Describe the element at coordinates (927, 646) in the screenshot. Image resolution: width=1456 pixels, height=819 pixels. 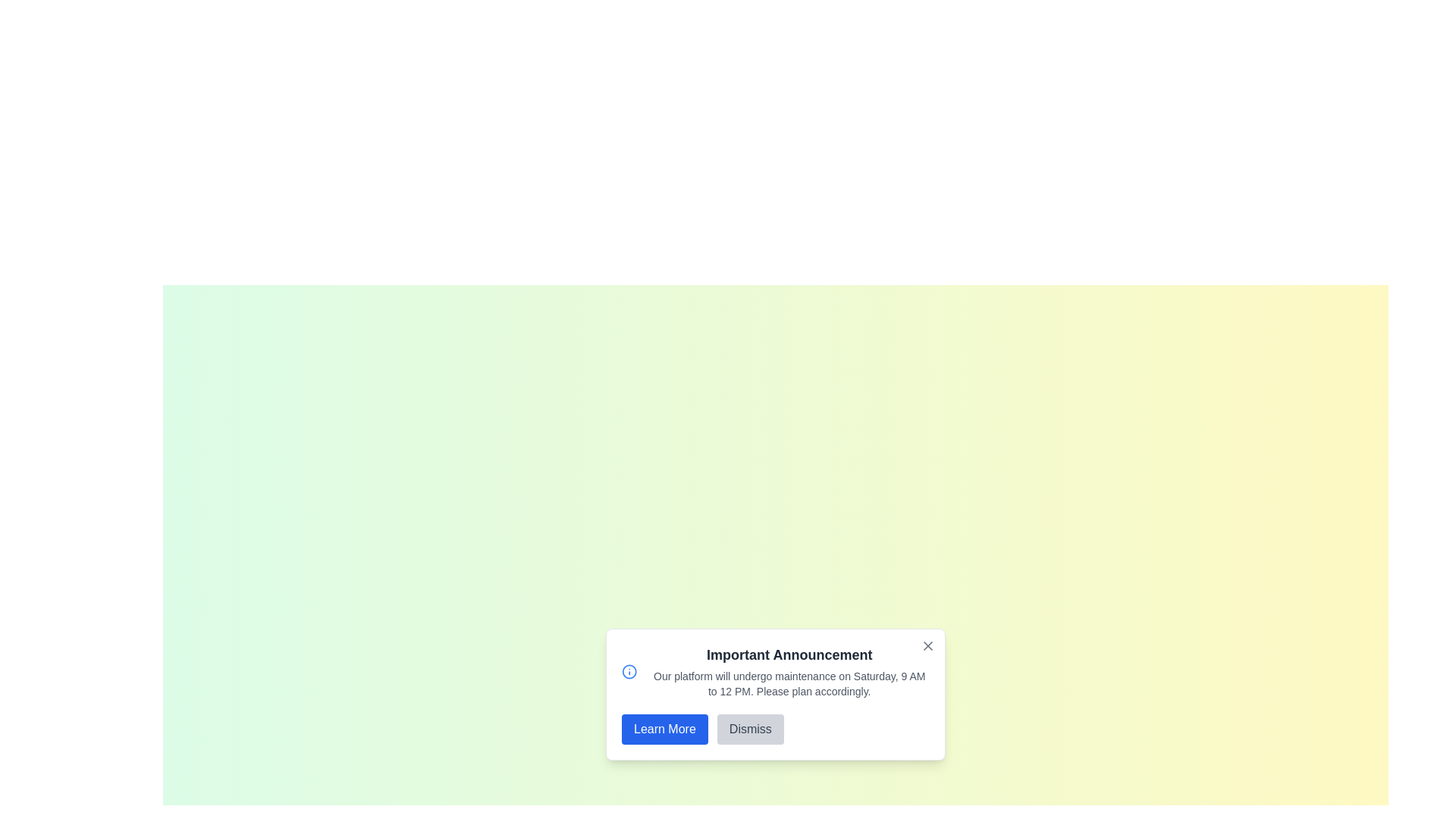
I see `the close button to dismiss the notification` at that location.